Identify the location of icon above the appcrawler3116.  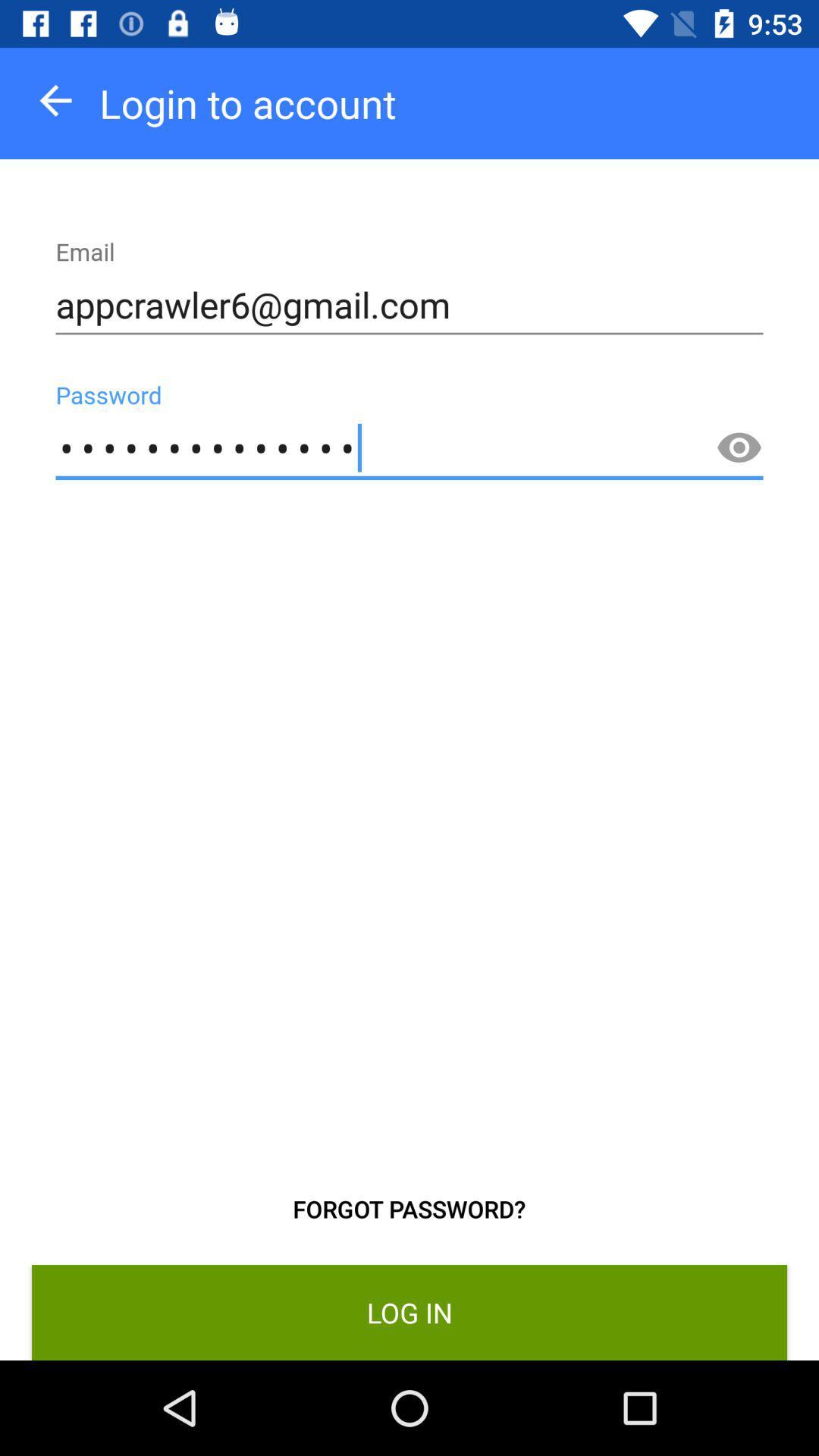
(409, 304).